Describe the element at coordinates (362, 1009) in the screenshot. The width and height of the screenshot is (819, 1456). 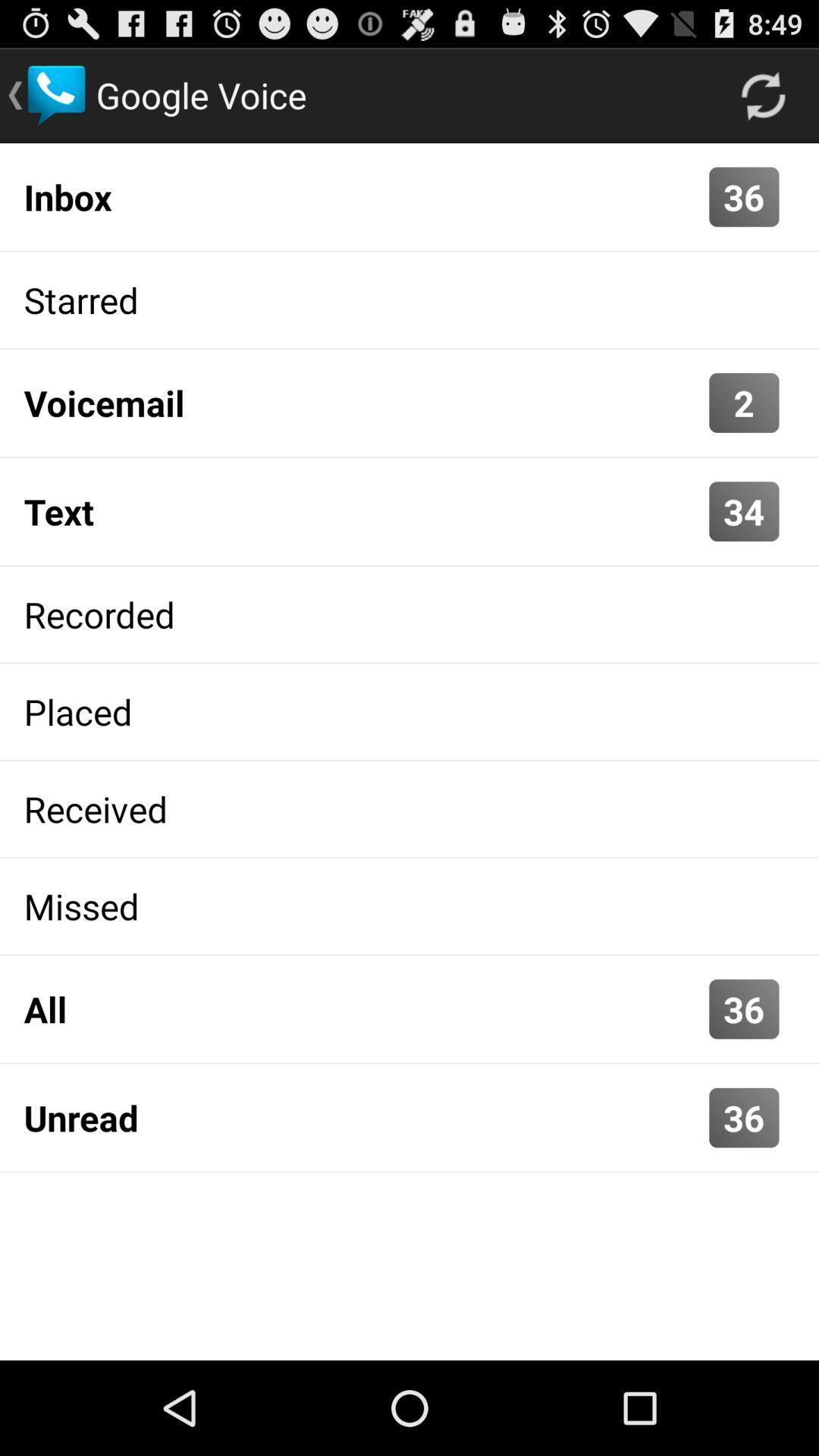
I see `the icon above 36 app` at that location.